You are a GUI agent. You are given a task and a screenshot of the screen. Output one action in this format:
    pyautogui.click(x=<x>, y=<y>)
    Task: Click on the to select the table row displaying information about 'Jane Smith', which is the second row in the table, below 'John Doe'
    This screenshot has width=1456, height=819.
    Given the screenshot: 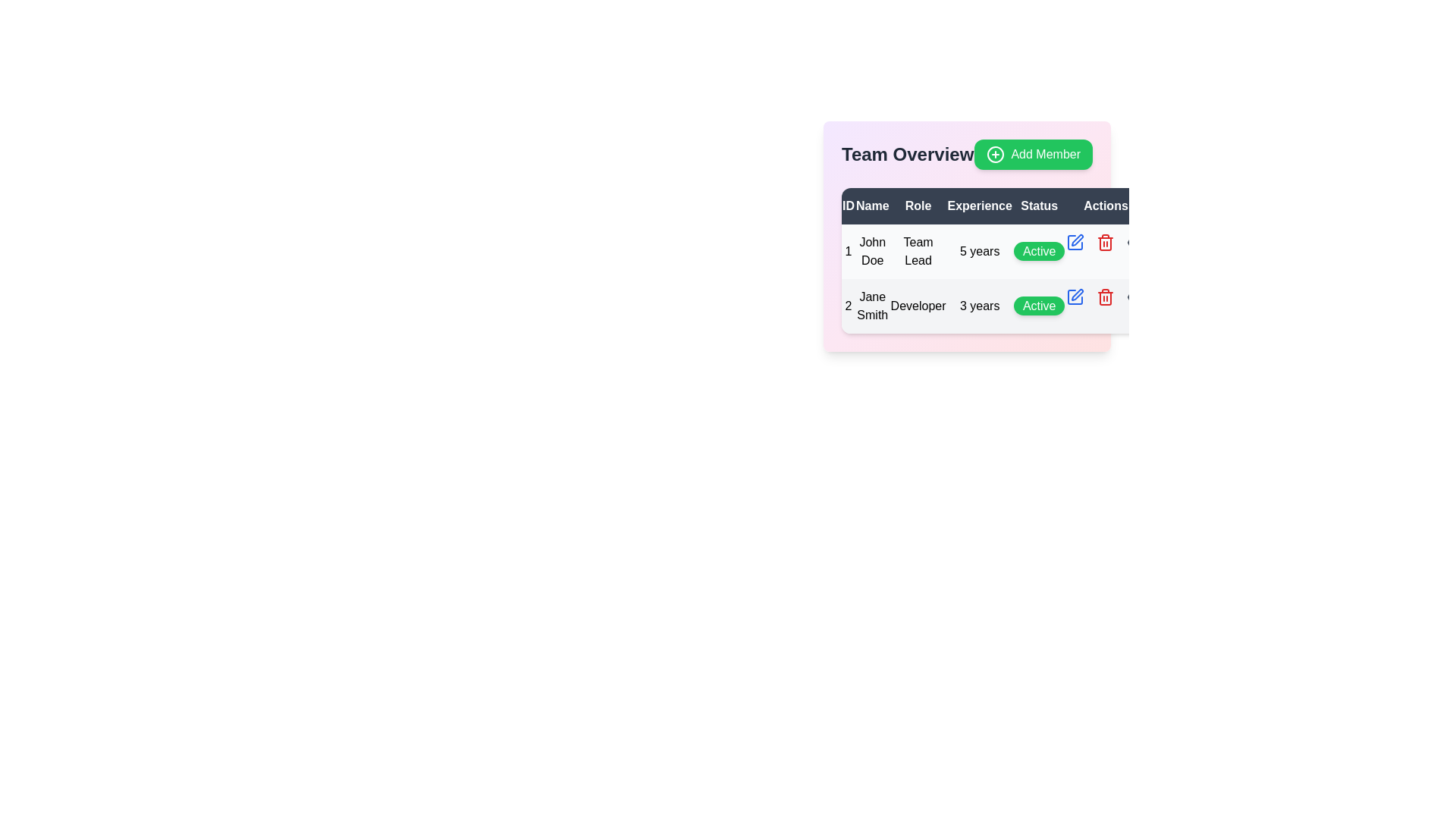 What is the action you would take?
    pyautogui.click(x=993, y=306)
    